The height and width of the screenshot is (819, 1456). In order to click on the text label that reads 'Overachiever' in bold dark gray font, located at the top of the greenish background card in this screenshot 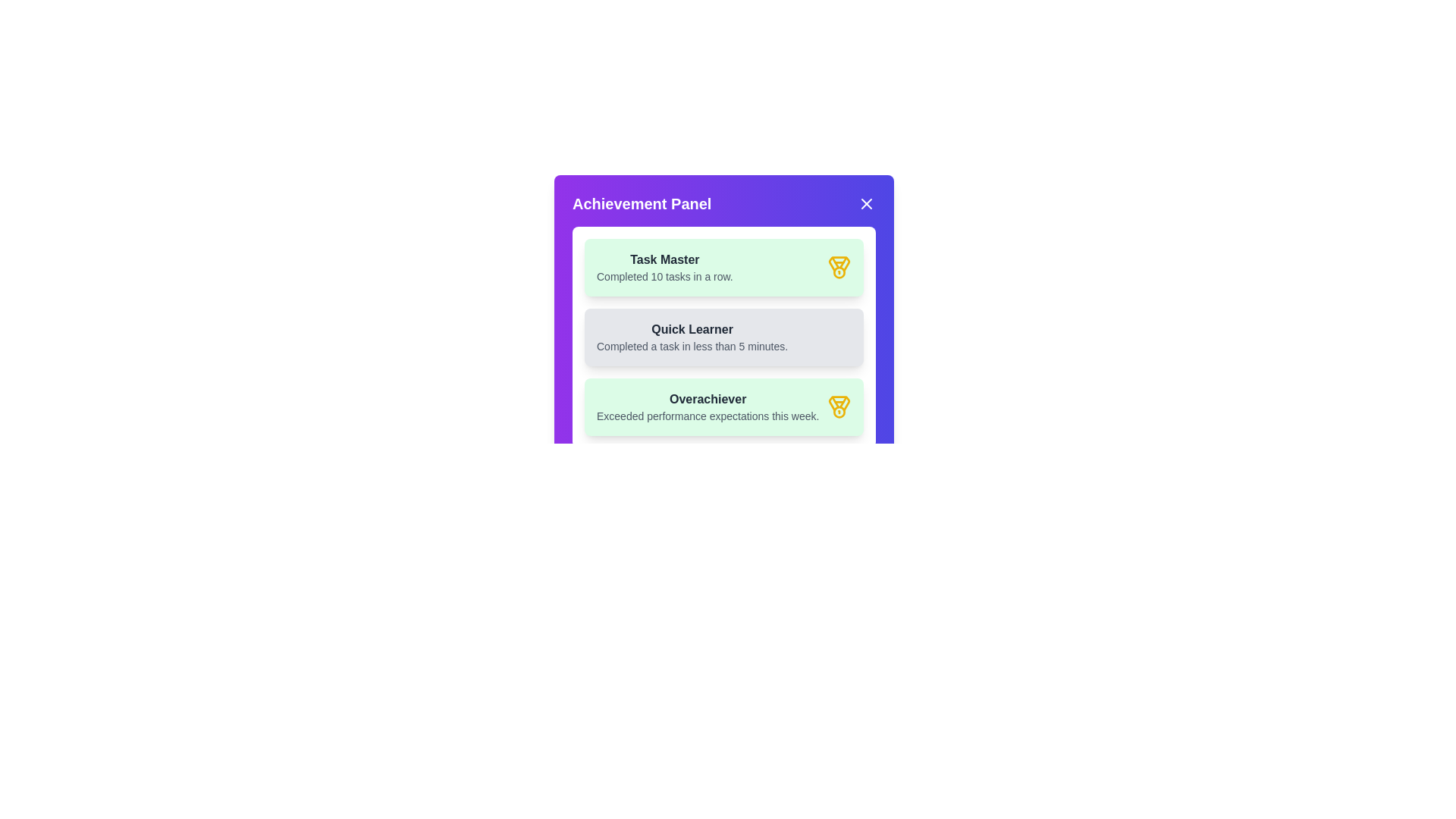, I will do `click(707, 399)`.